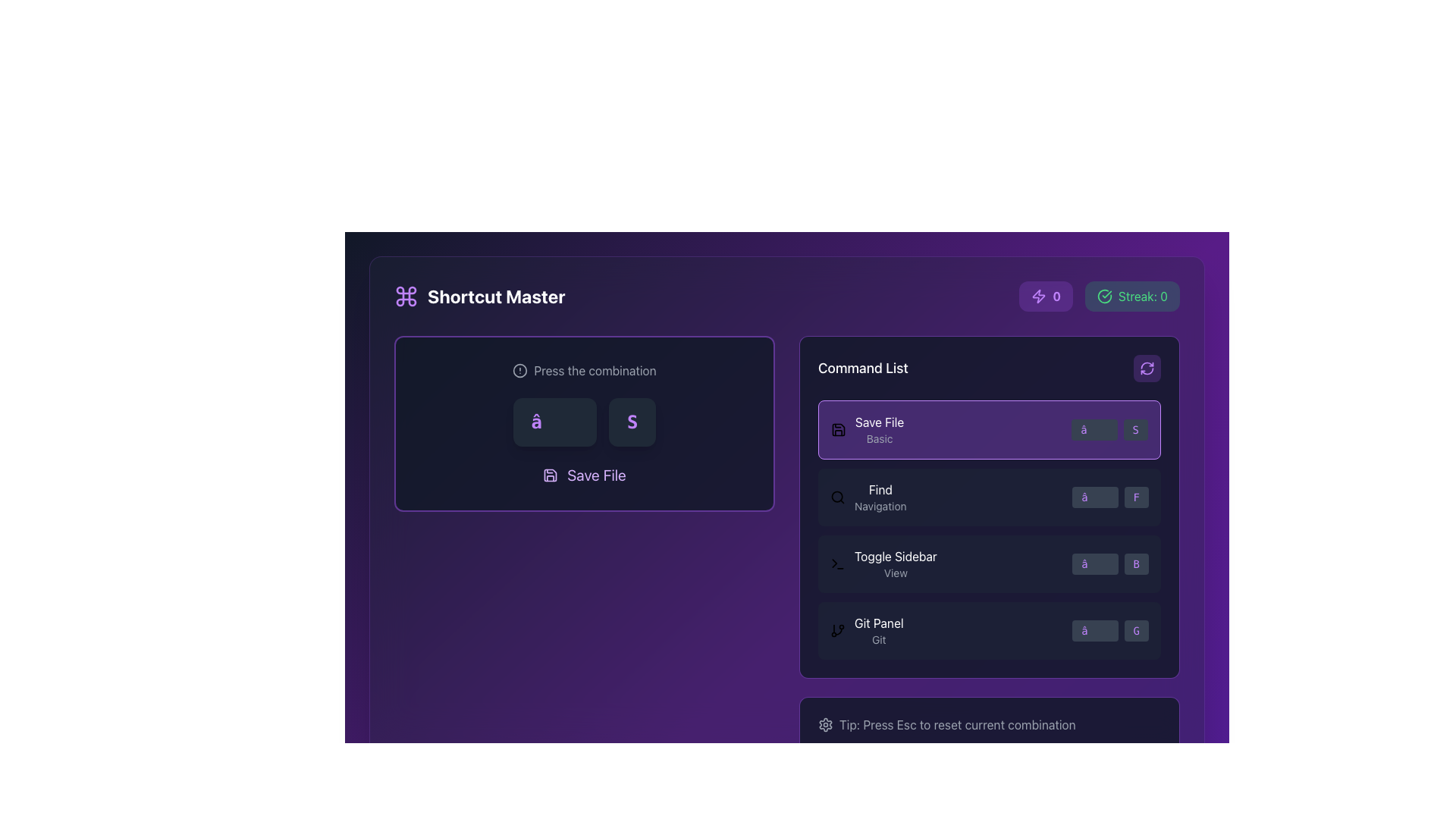 Image resolution: width=1456 pixels, height=819 pixels. Describe the element at coordinates (880, 506) in the screenshot. I see `the Text label providing additional context for the 'Find' command located in the 'Command List' panel beneath the word 'Find'` at that location.